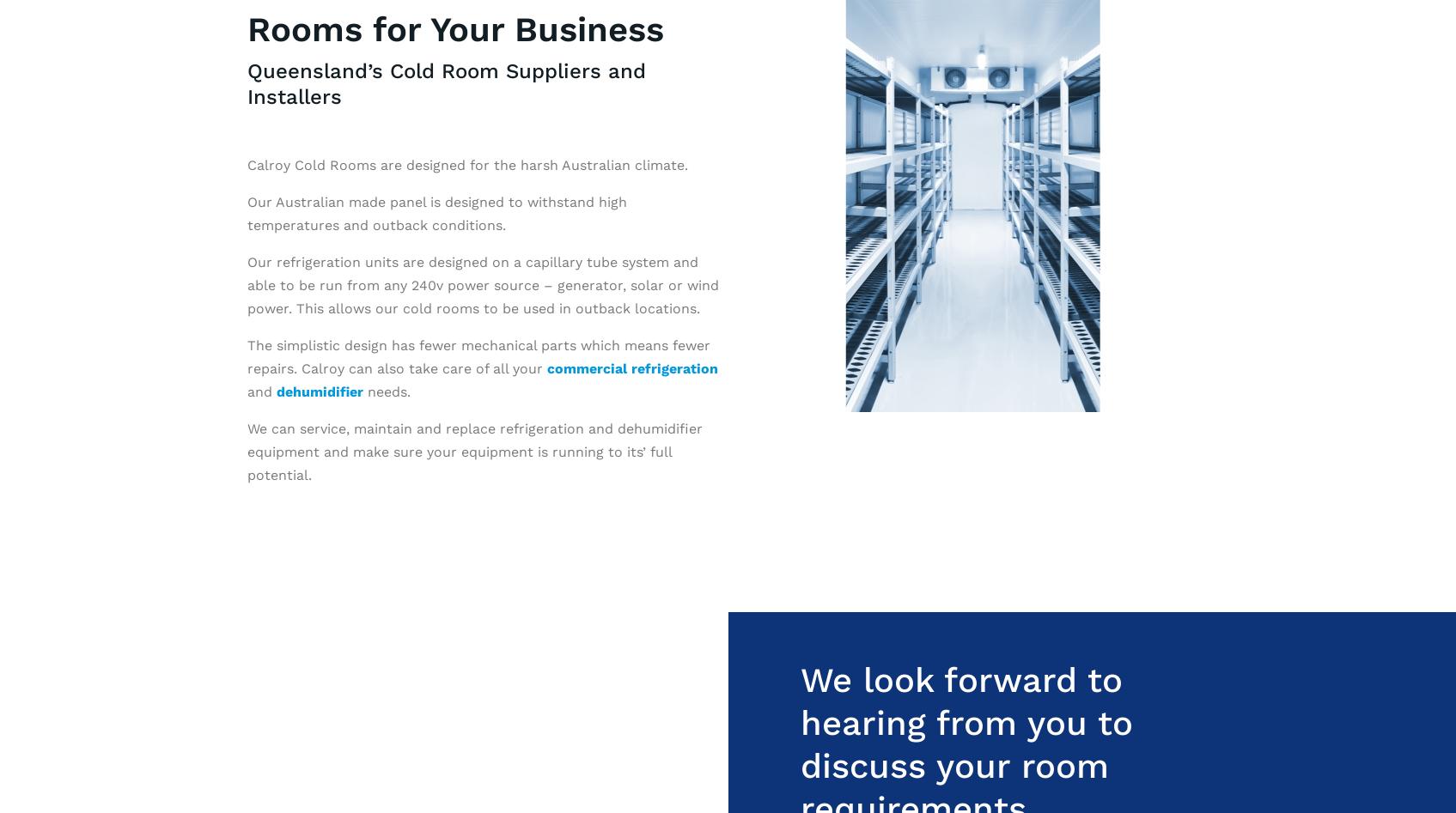 This screenshot has width=1456, height=813. What do you see at coordinates (631, 367) in the screenshot?
I see `'commercial refrigeration'` at bounding box center [631, 367].